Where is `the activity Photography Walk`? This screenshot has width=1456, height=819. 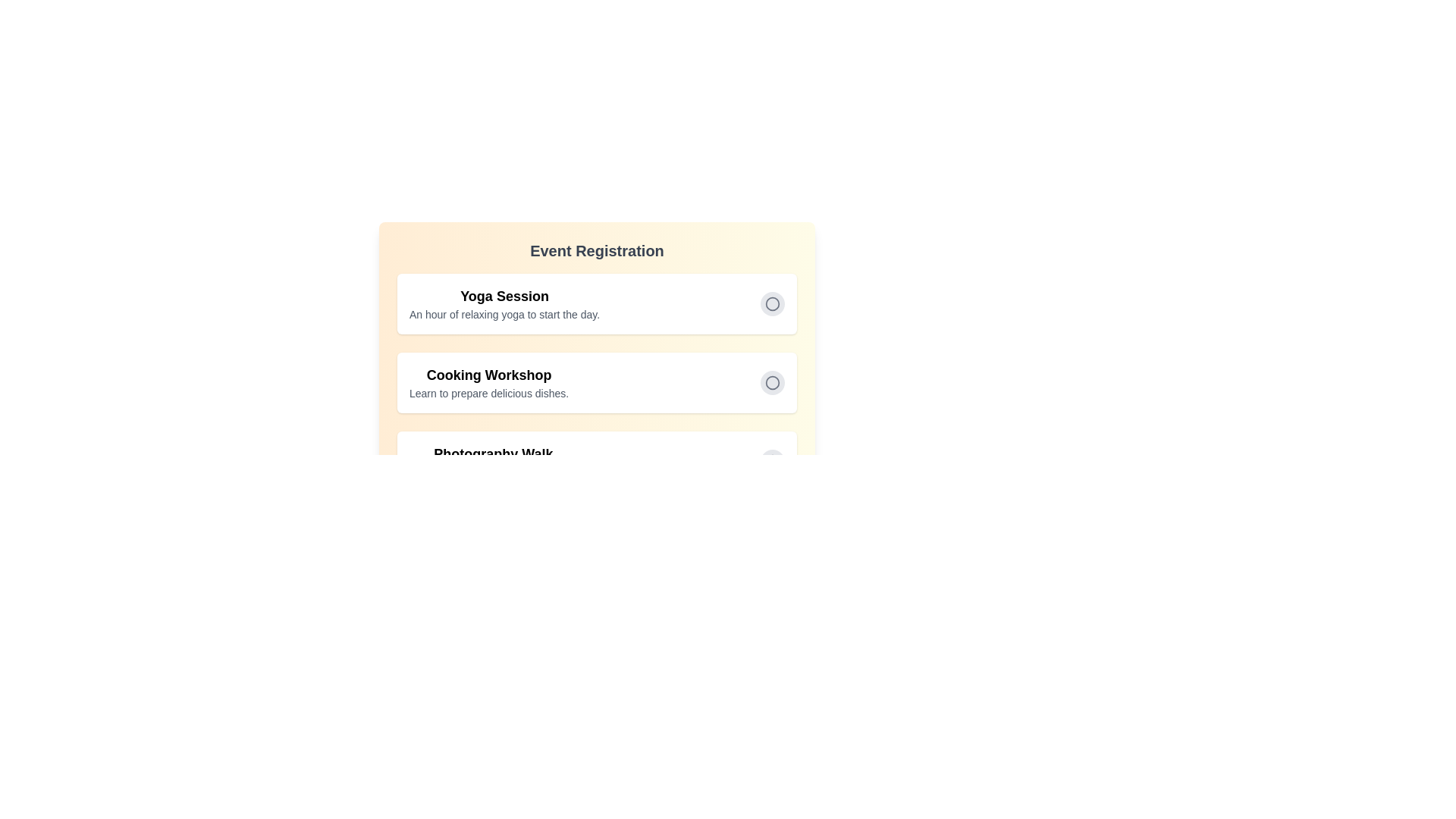
the activity Photography Walk is located at coordinates (772, 461).